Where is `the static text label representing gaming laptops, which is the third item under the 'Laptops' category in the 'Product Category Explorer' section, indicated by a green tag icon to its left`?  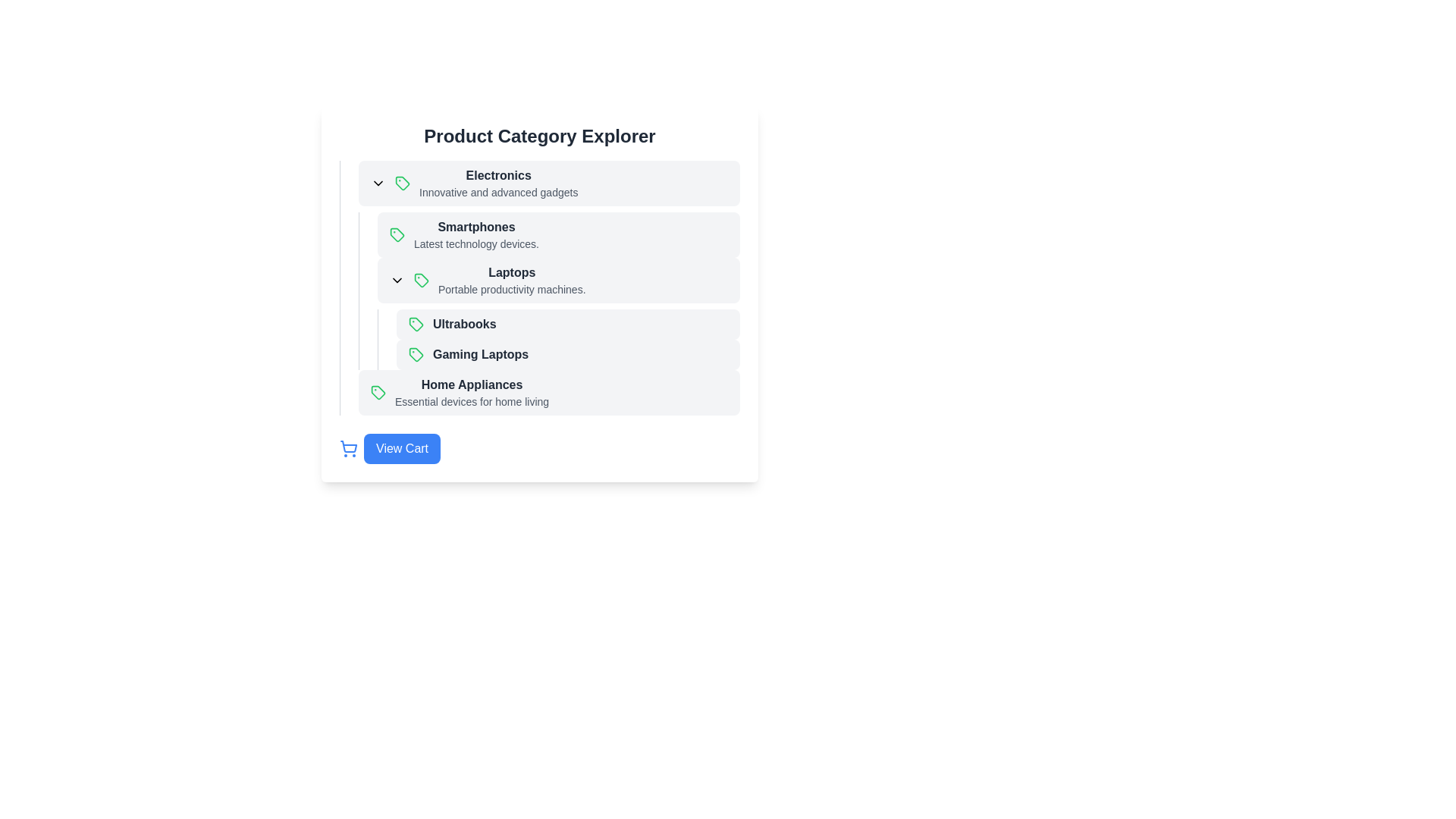
the static text label representing gaming laptops, which is the third item under the 'Laptops' category in the 'Product Category Explorer' section, indicated by a green tag icon to its left is located at coordinates (480, 354).